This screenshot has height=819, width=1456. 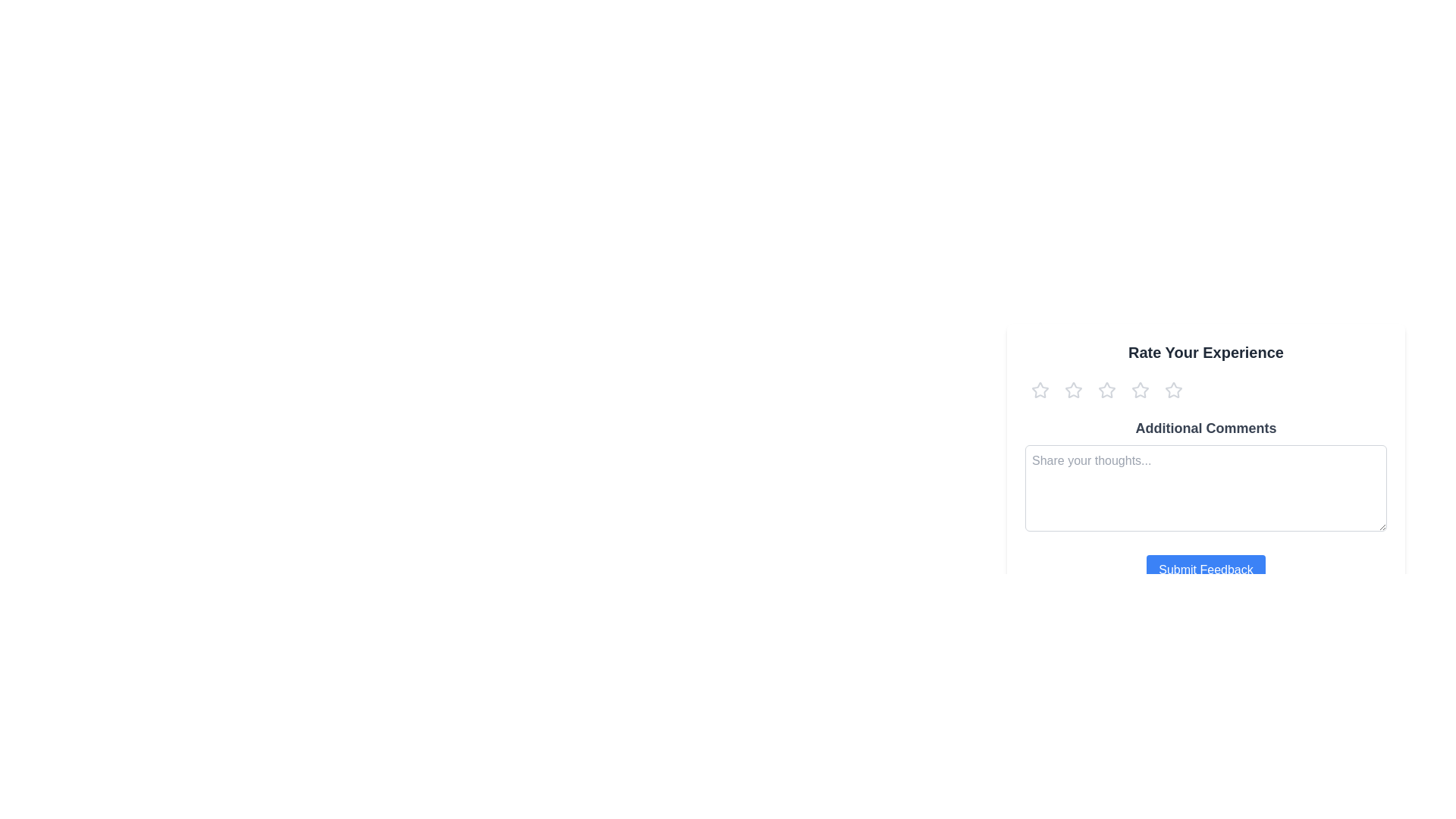 What do you see at coordinates (1205, 390) in the screenshot?
I see `the star in the Rating Component located below 'Rate Your Experience' to set the rating` at bounding box center [1205, 390].